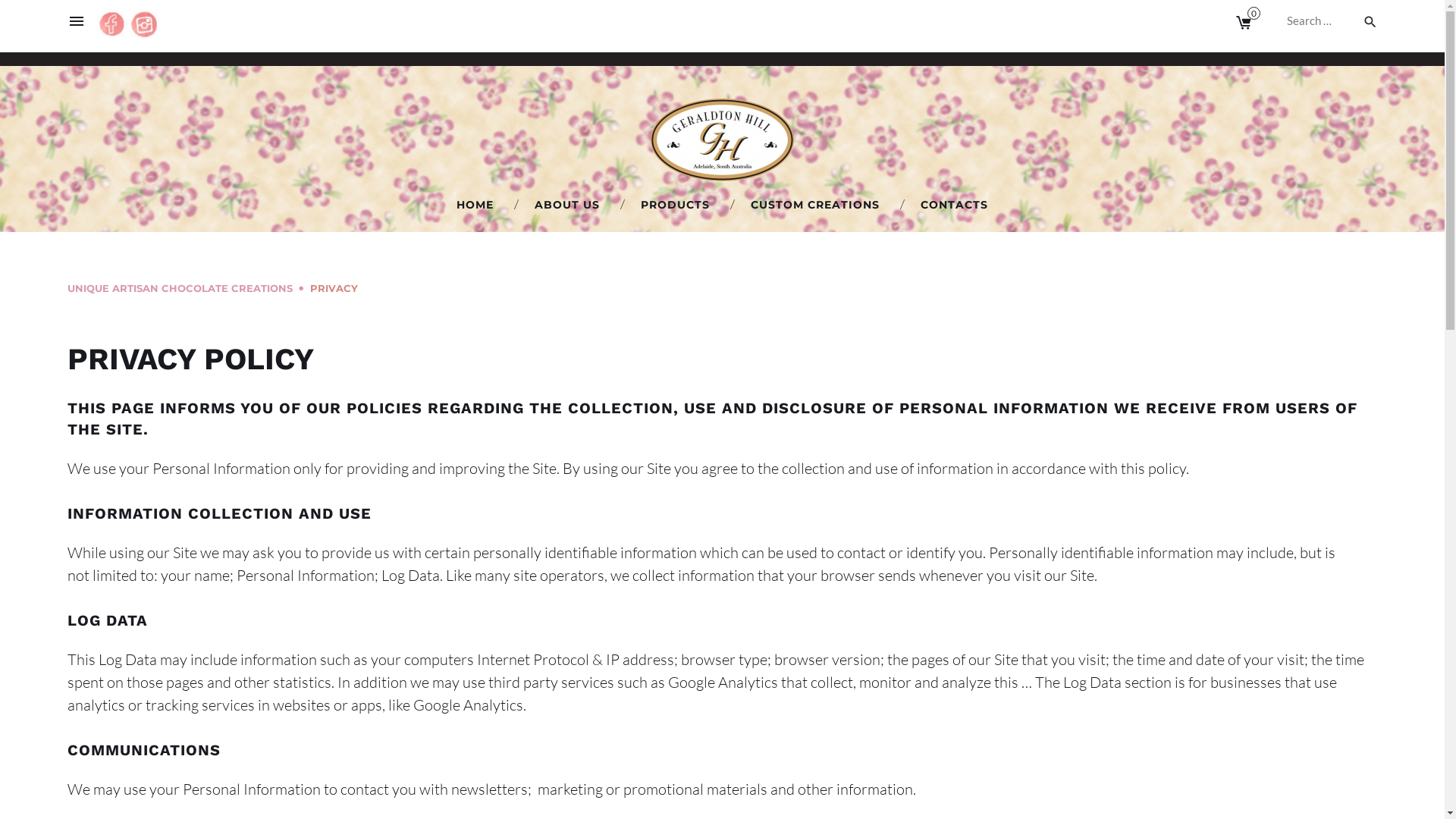 The width and height of the screenshot is (1456, 819). I want to click on 'CUSTOM CREATIONS', so click(814, 205).